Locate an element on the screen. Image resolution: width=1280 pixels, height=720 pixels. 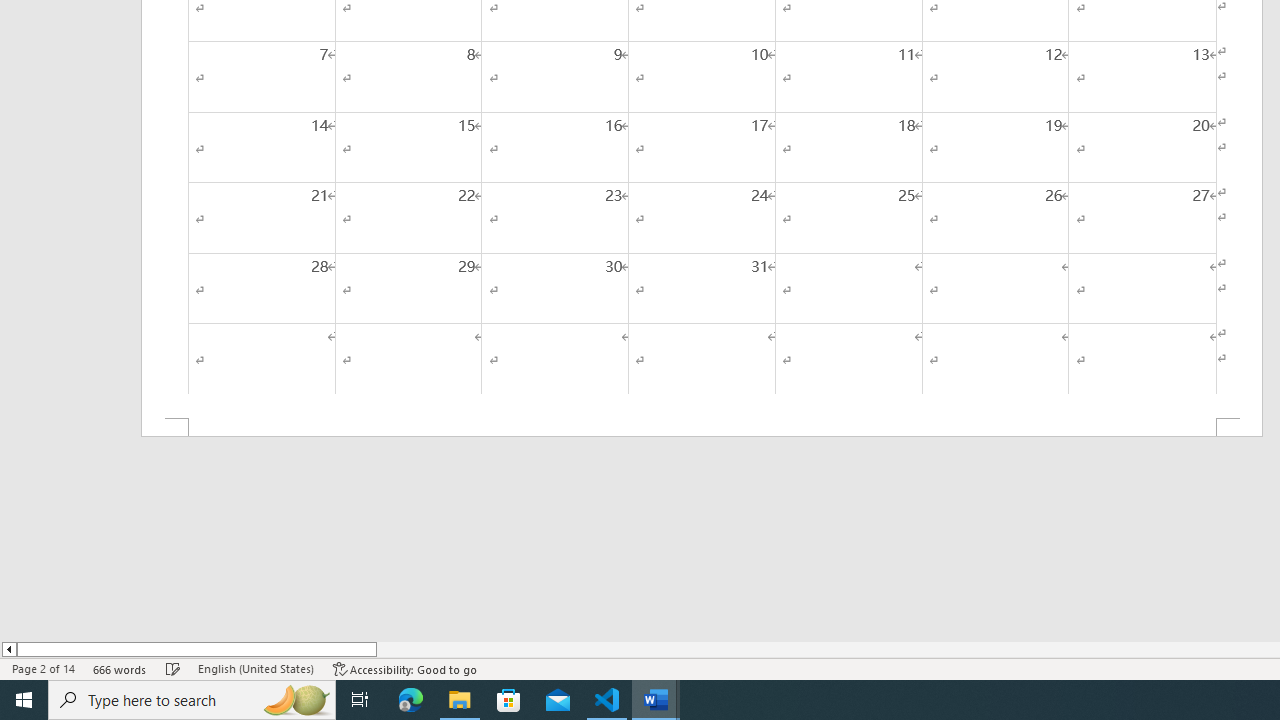
'Column left' is located at coordinates (8, 649).